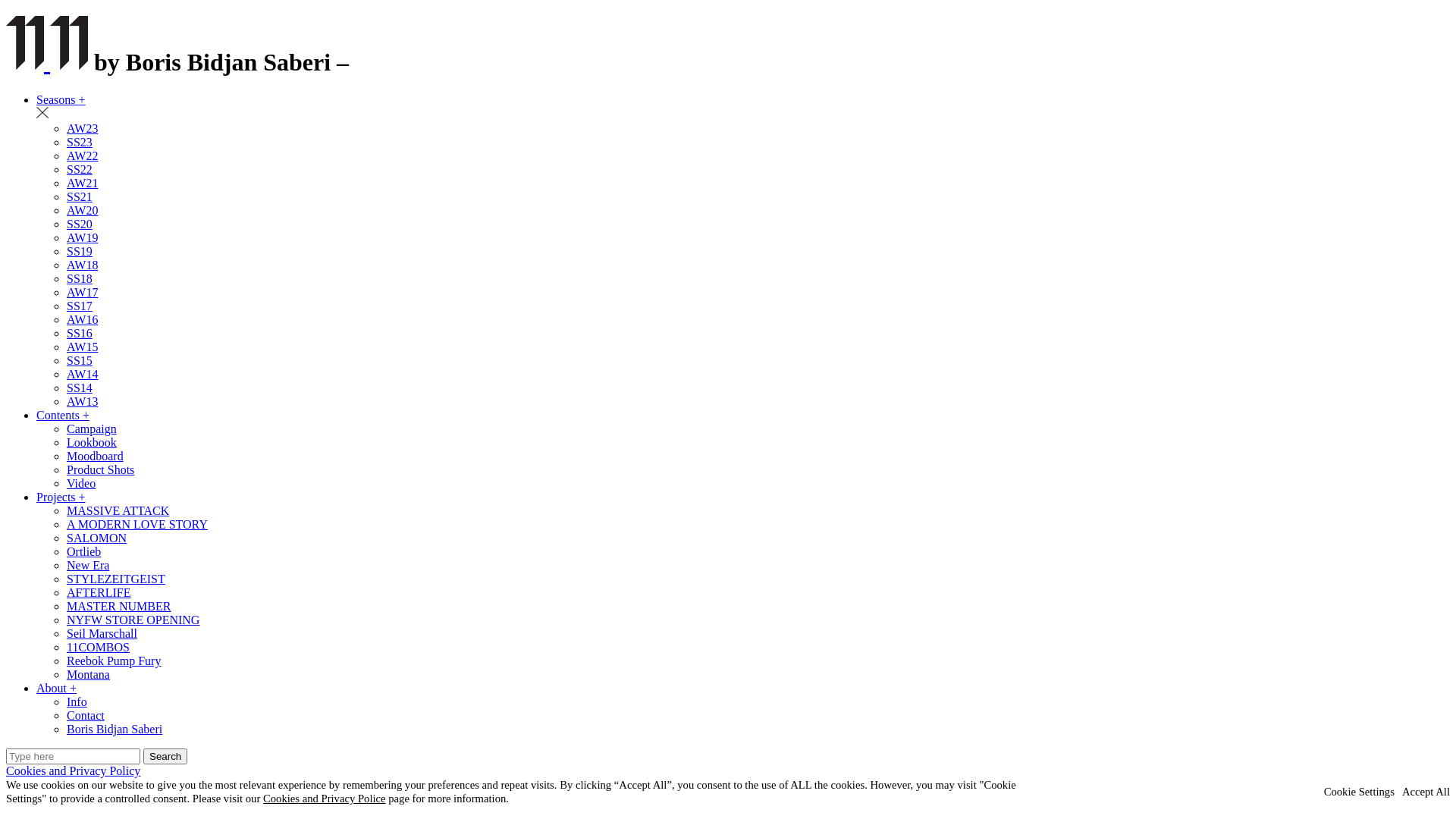 Image resolution: width=1456 pixels, height=819 pixels. Describe the element at coordinates (97, 647) in the screenshot. I see `'11COMBOS'` at that location.